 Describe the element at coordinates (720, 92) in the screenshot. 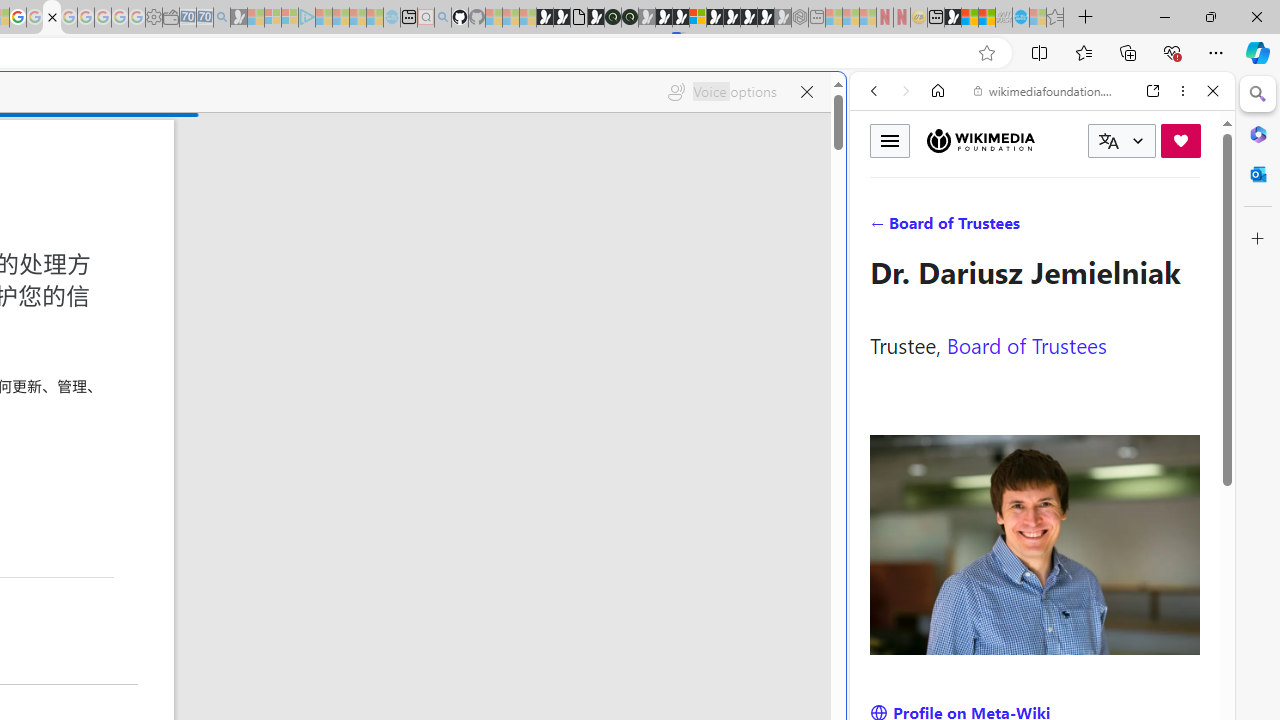

I see `'Voice options'` at that location.